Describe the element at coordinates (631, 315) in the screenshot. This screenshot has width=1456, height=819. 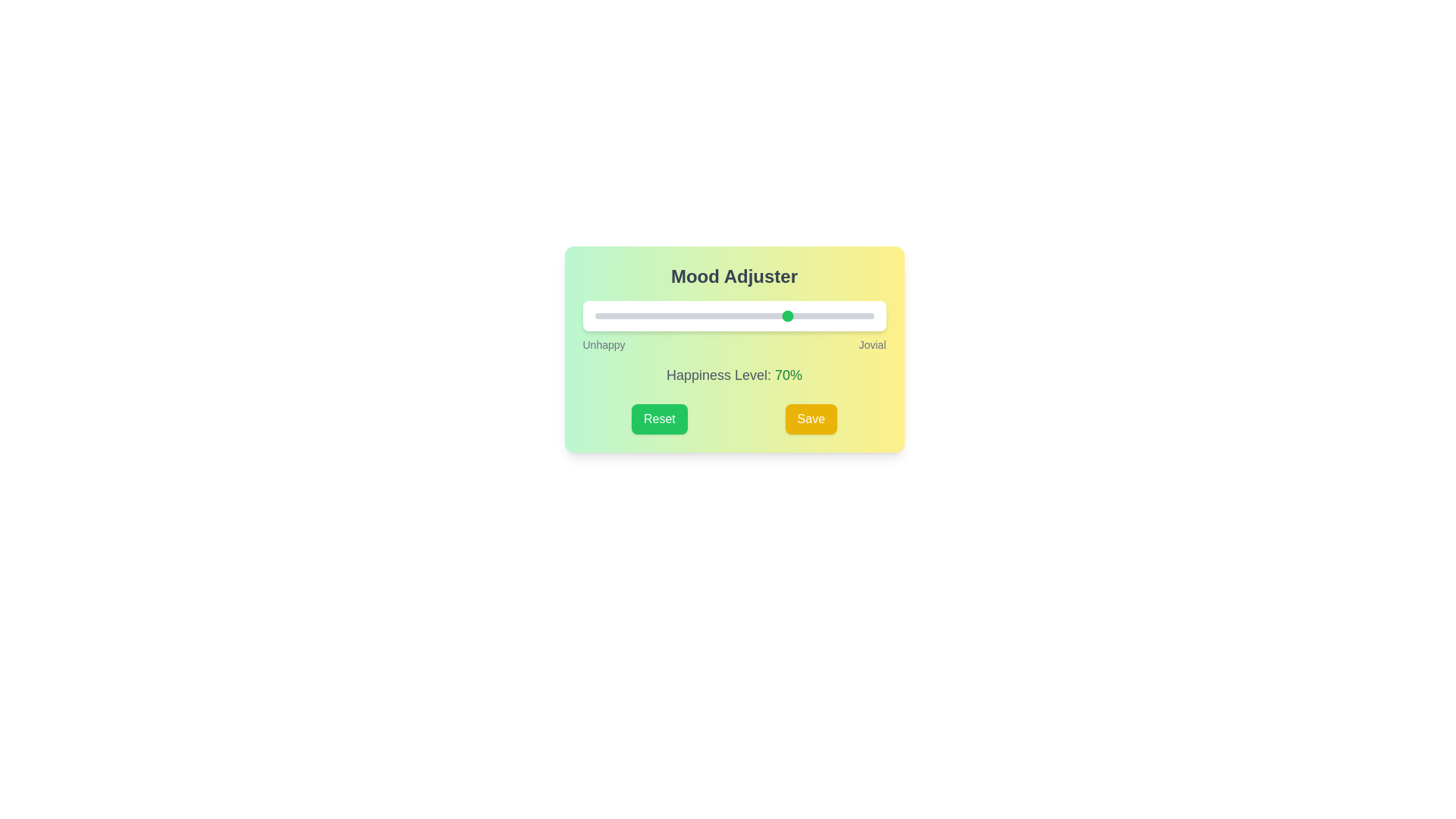
I see `the slider to set the happiness level to 13%` at that location.